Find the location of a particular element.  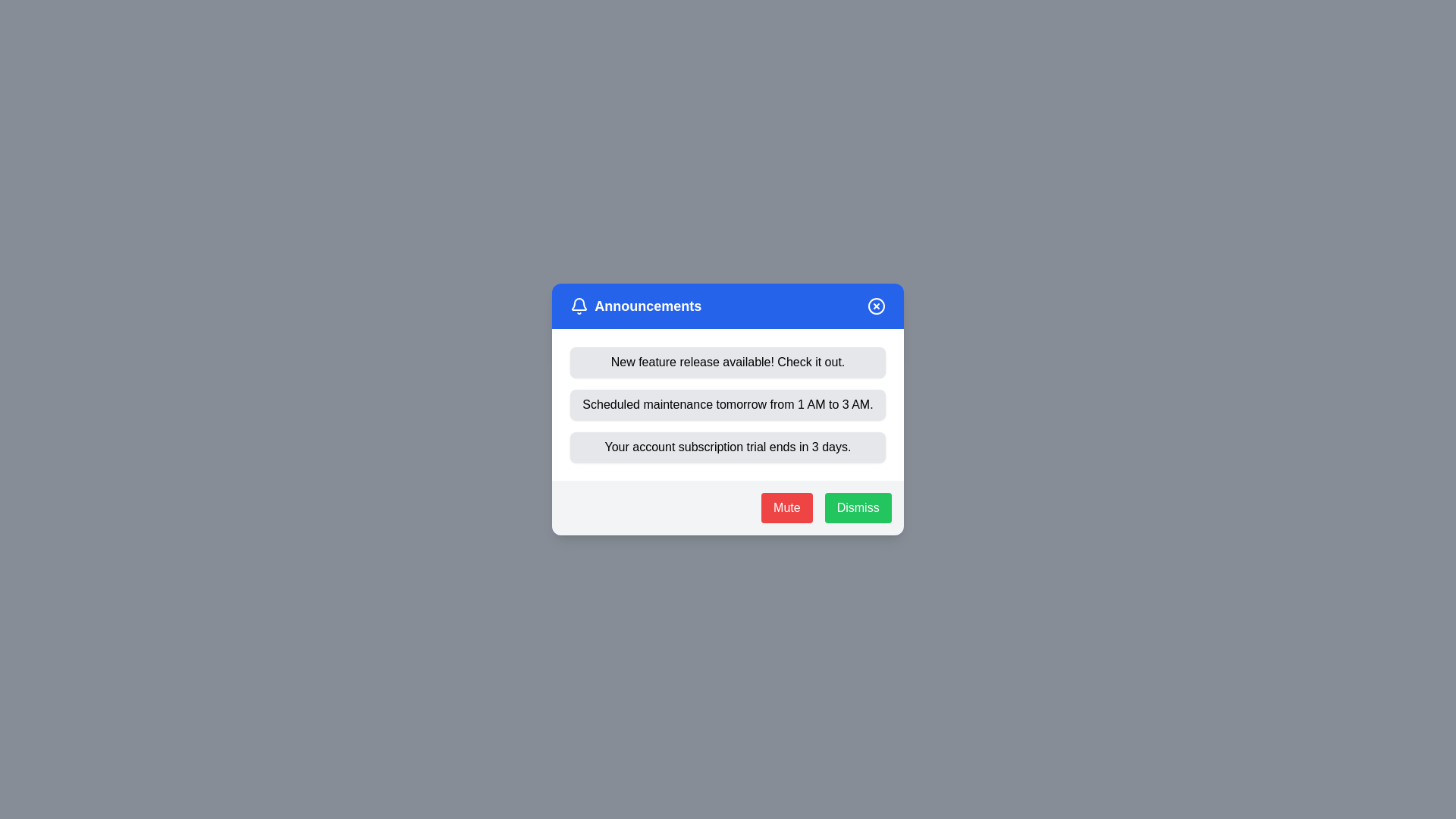

the 'Mute' button to mute notifications is located at coordinates (786, 508).